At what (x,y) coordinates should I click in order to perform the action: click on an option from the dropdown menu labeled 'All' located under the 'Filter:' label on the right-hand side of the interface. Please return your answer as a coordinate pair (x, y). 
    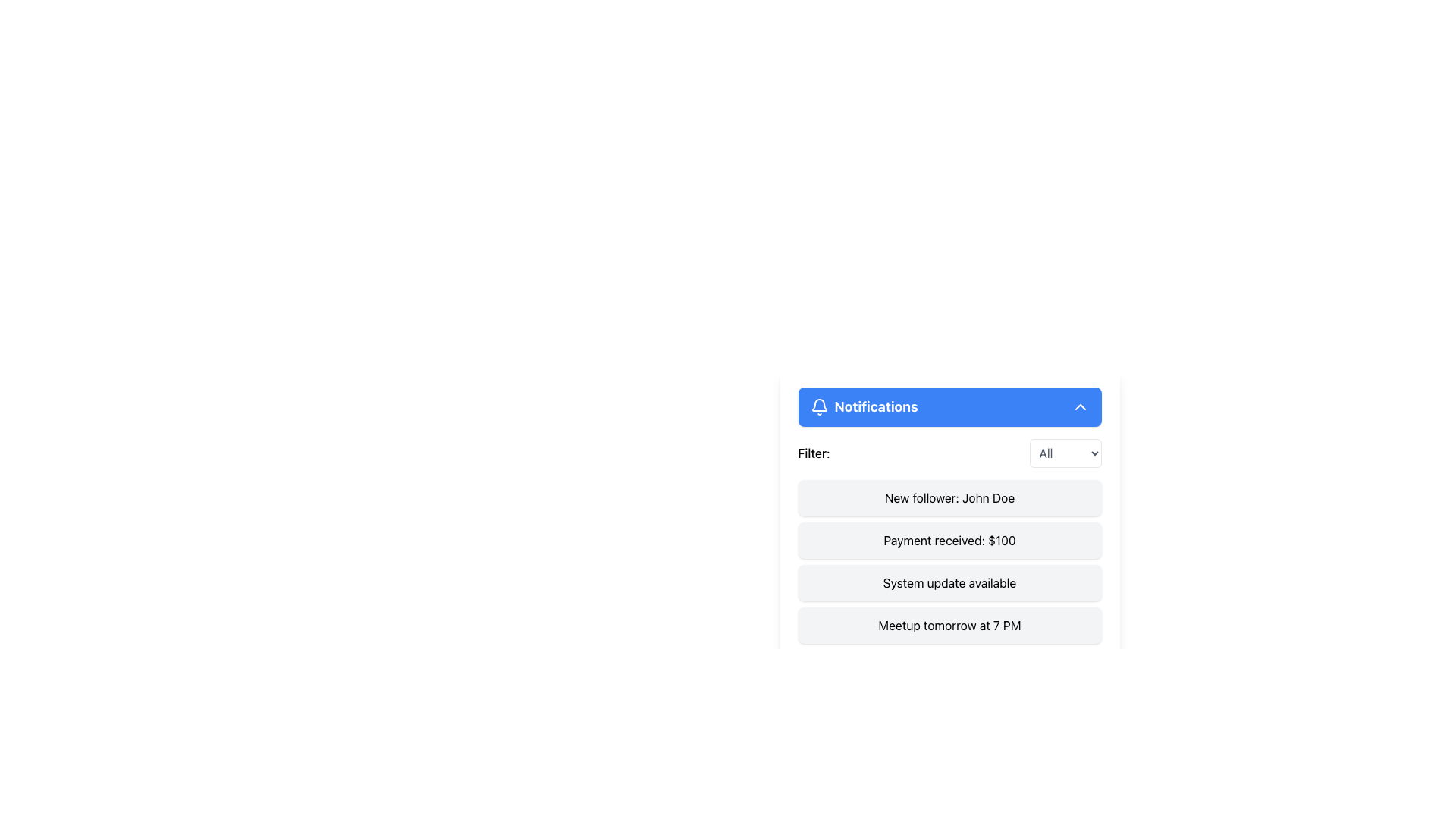
    Looking at the image, I should click on (1065, 452).